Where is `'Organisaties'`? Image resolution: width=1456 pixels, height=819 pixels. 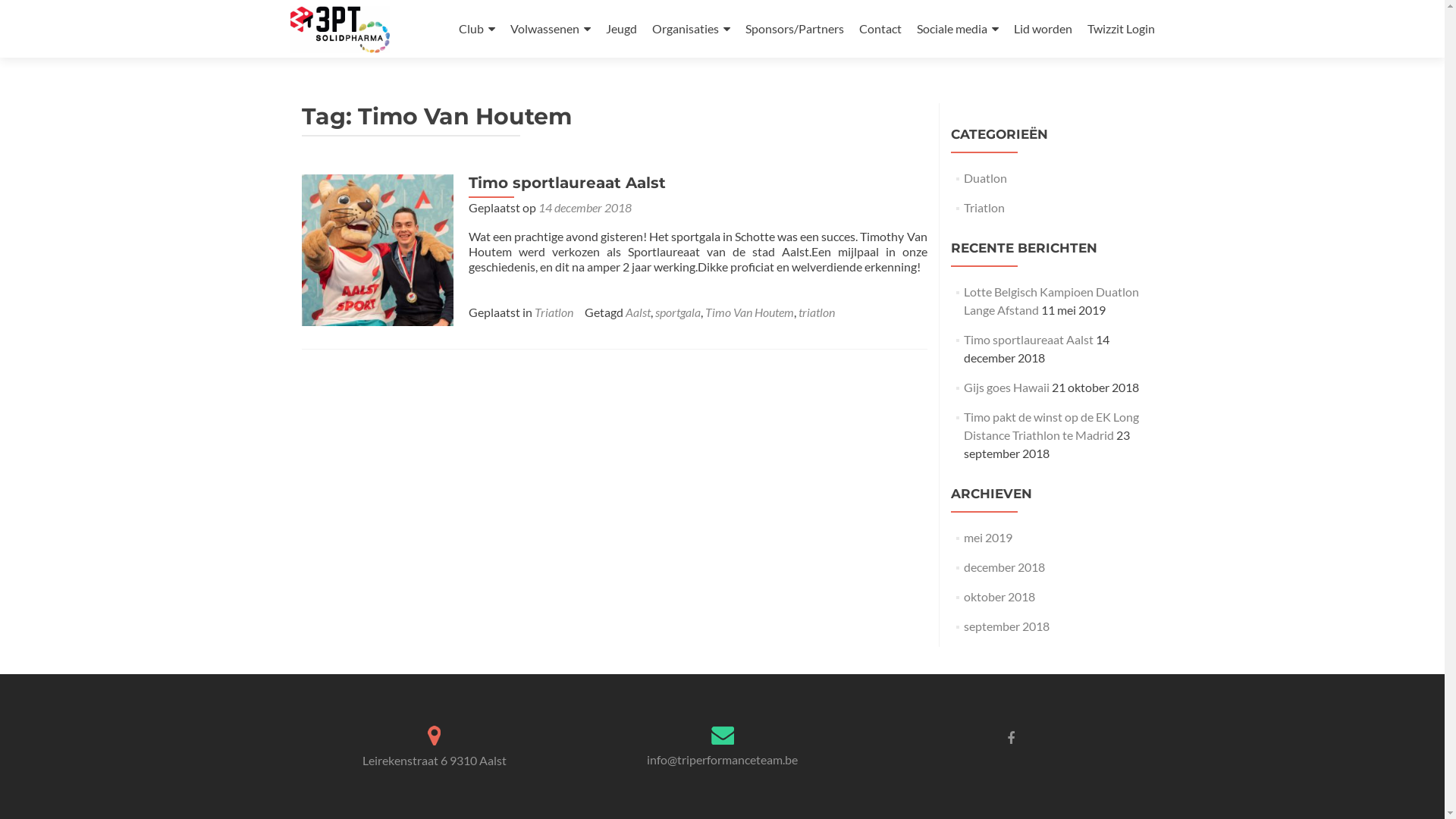 'Organisaties' is located at coordinates (690, 29).